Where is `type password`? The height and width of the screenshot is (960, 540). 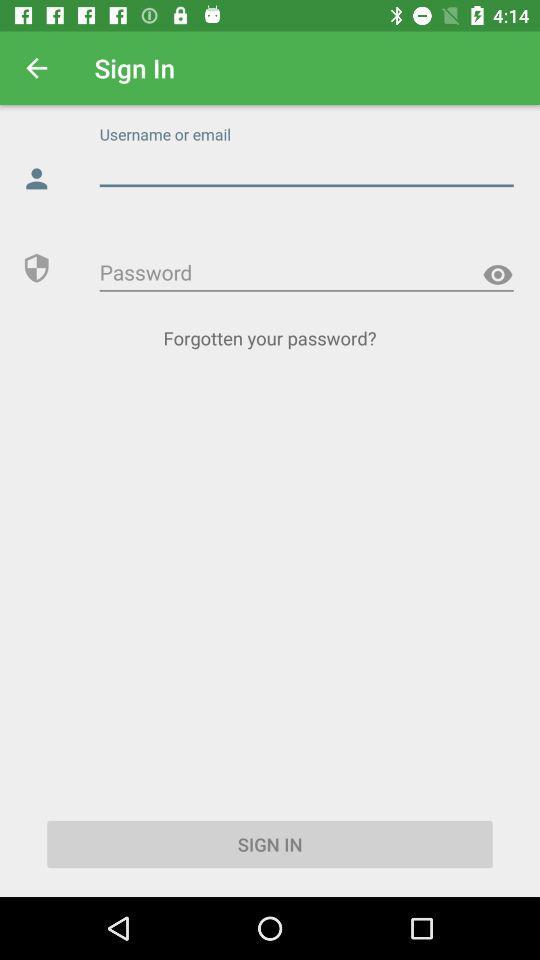 type password is located at coordinates (306, 272).